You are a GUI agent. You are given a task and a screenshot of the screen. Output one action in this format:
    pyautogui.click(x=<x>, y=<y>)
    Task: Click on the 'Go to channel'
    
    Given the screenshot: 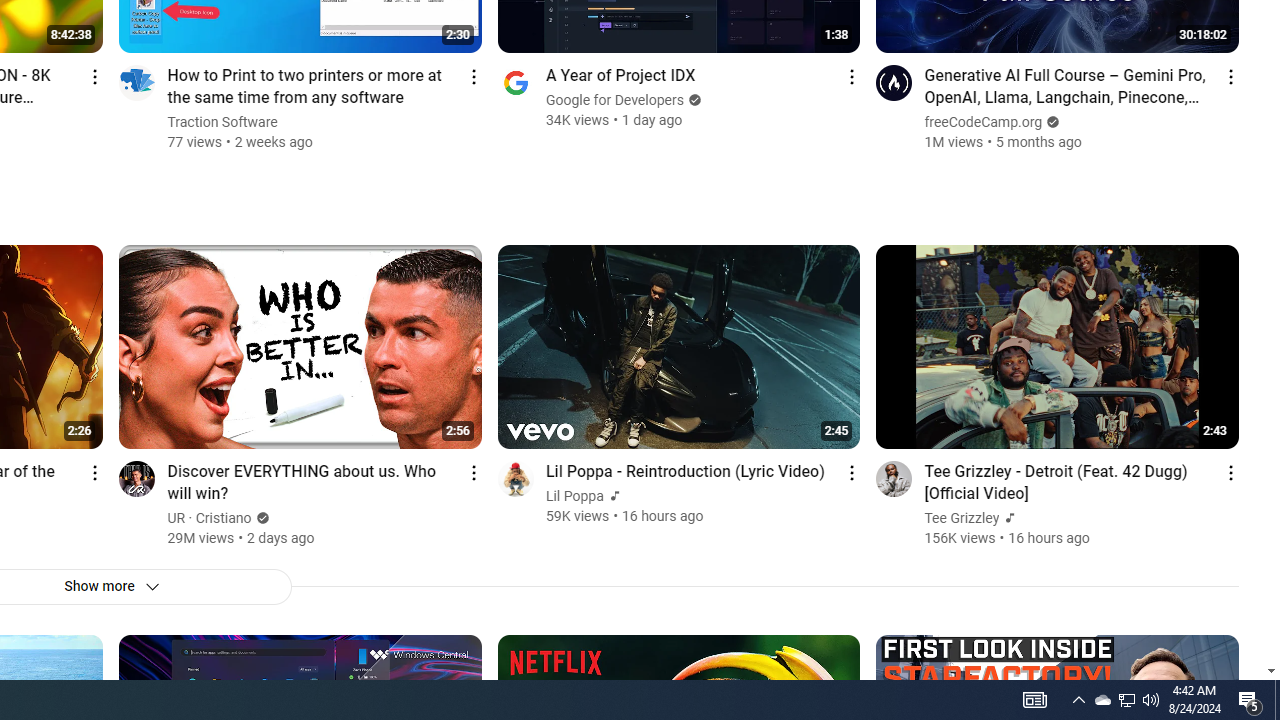 What is the action you would take?
    pyautogui.click(x=893, y=478)
    